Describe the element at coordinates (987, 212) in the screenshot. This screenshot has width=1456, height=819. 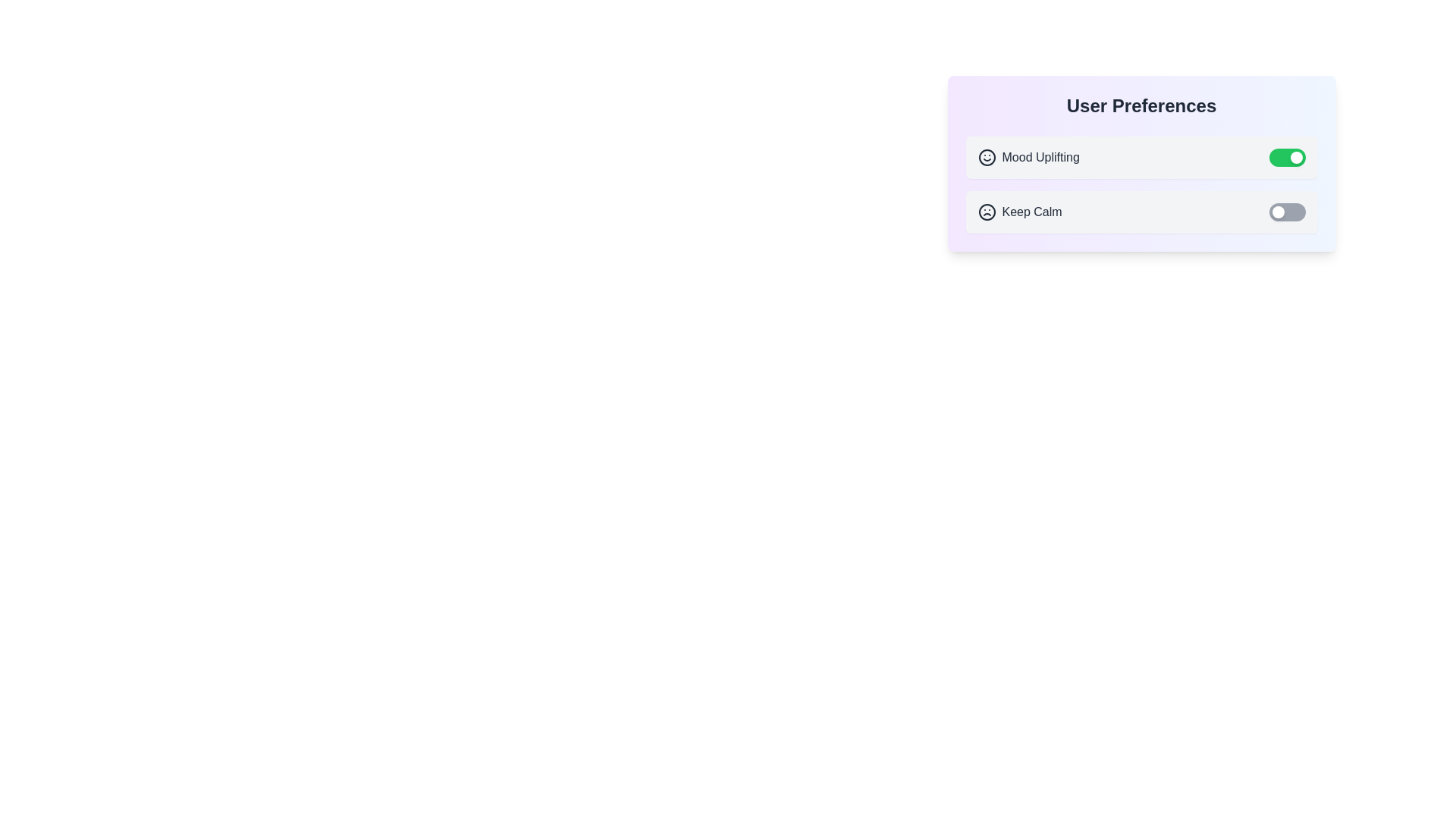
I see `the decorative Circle graphic within the frowning icon located in the User Preferences section, which is to the left of the 'Keep Calm' text` at that location.